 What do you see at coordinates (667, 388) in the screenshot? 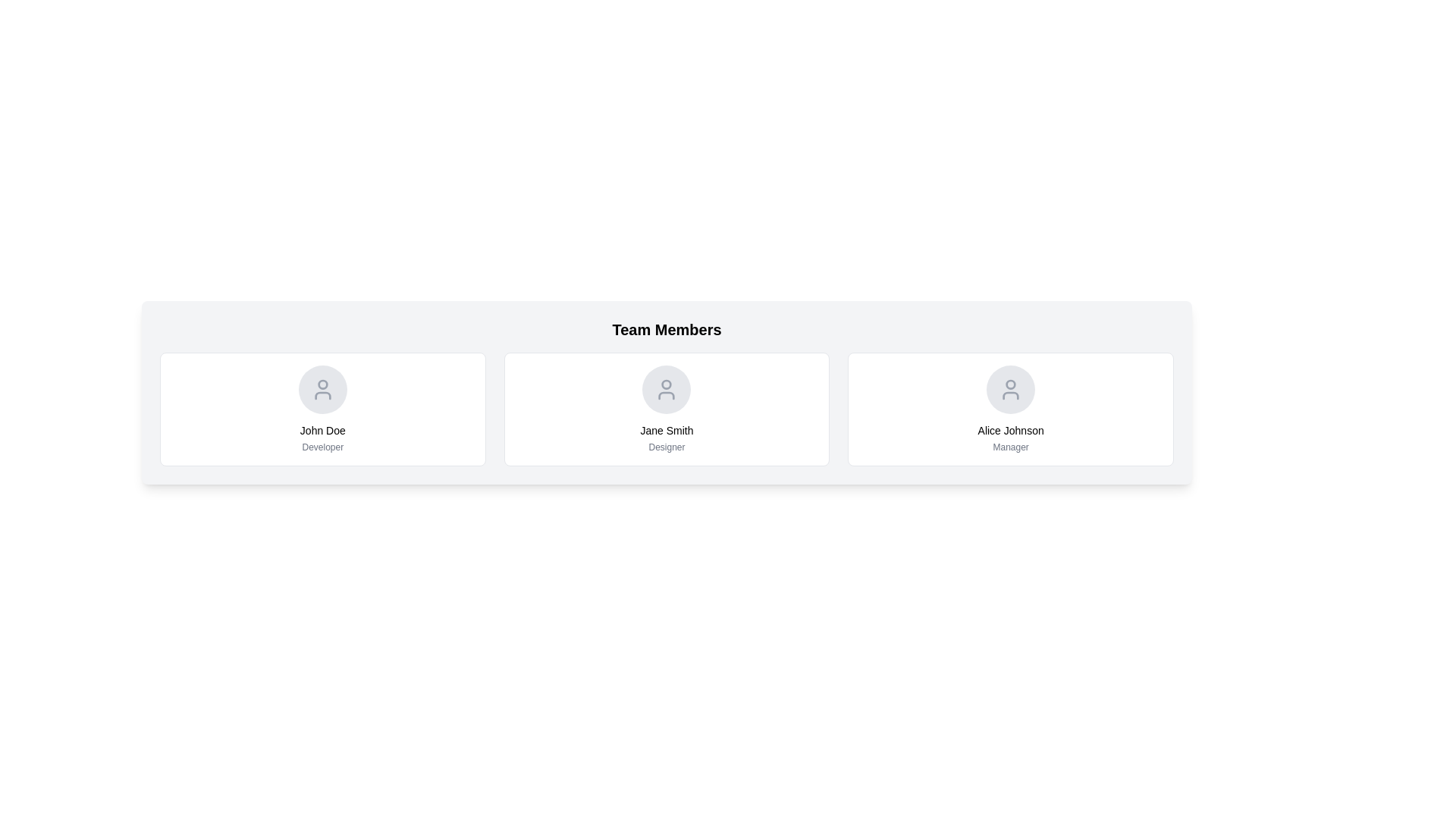
I see `the user profile icon located at the top center of the second card, which identifies 'Jane Smith' the Designer` at bounding box center [667, 388].